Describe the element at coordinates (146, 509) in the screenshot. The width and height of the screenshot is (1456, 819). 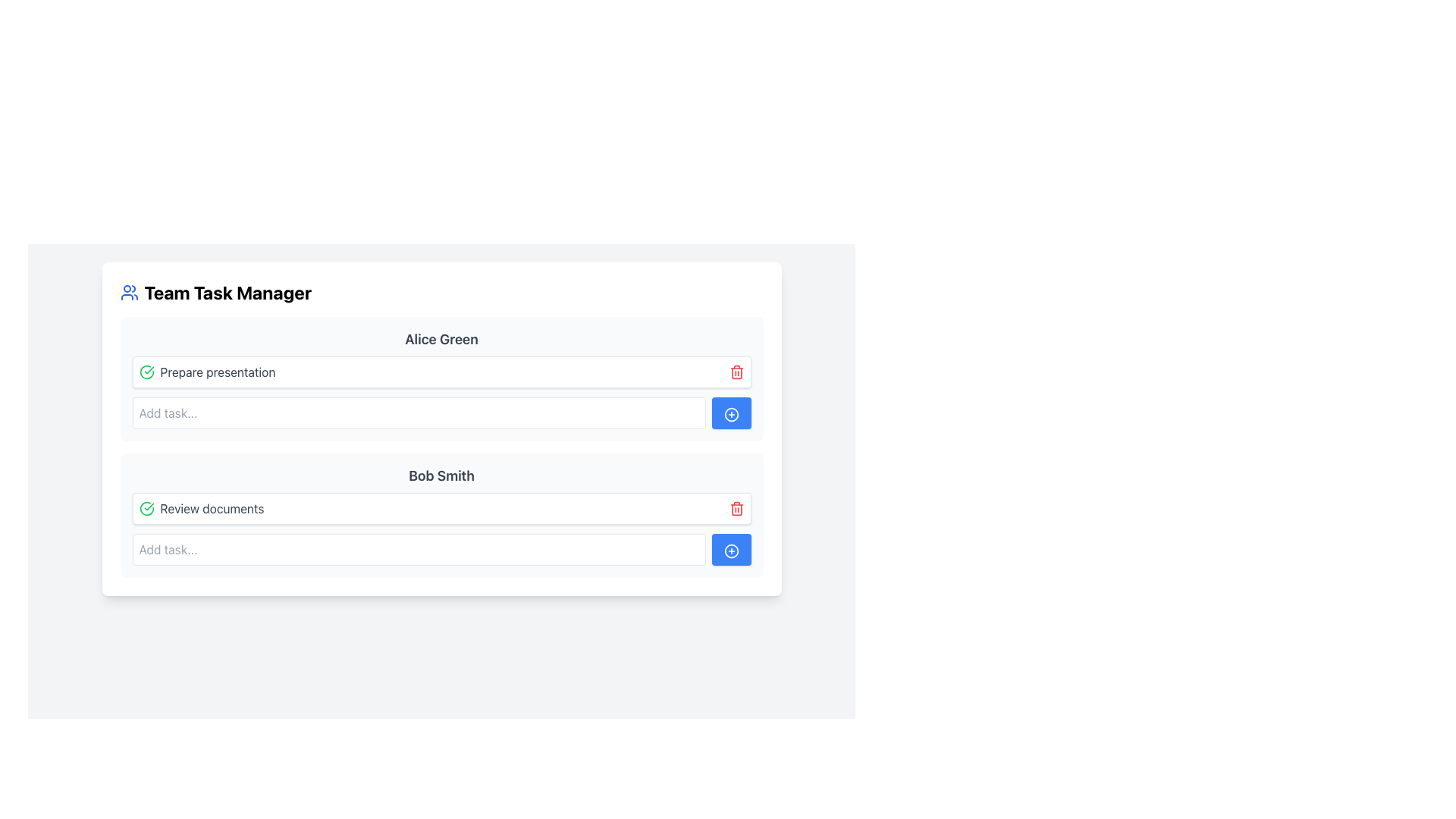
I see `the green circular icon with a checkmark located to the left of the 'Review documents' text in the task list for 'Bob Smith.'` at that location.